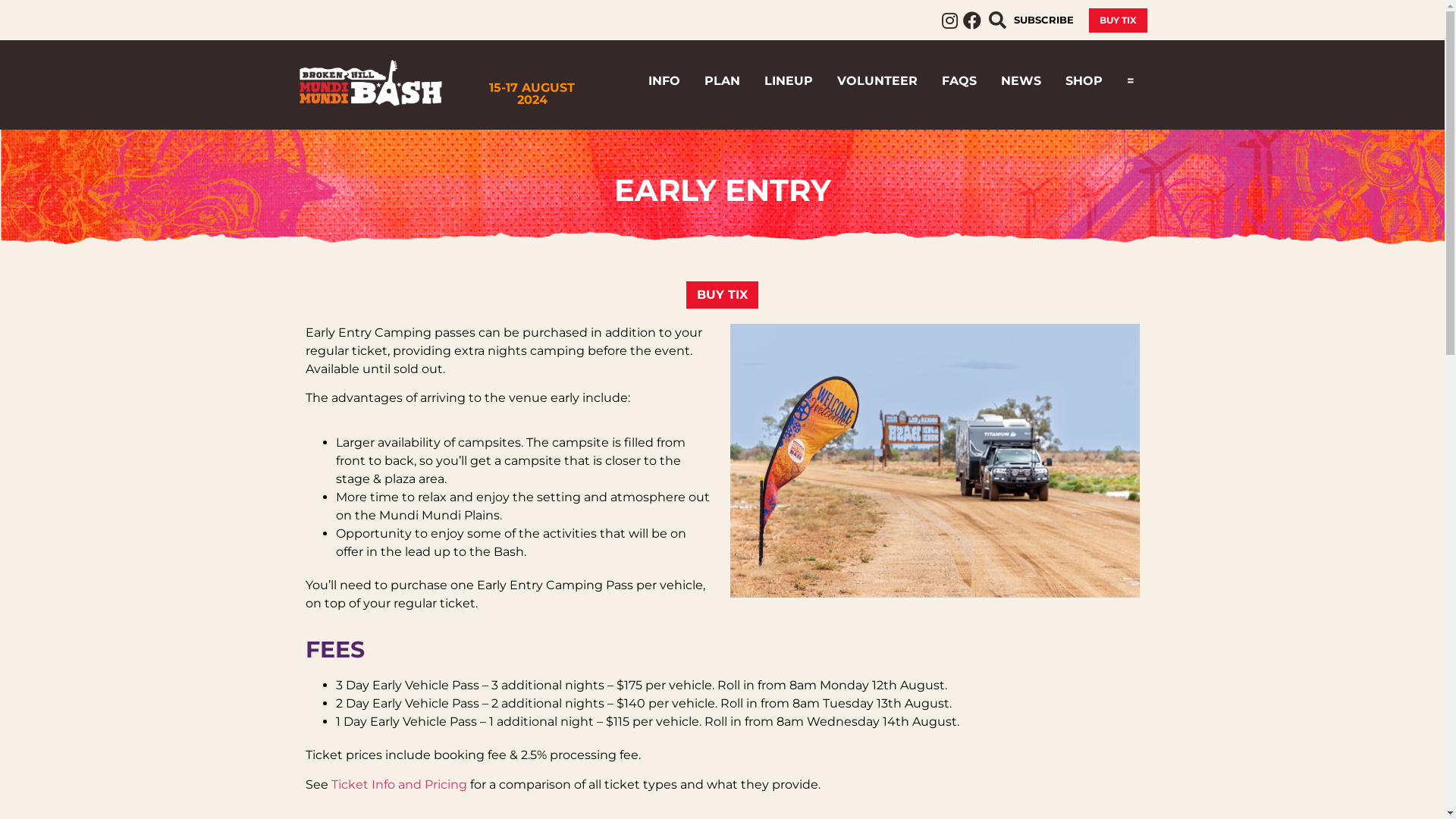  I want to click on 'INFO', so click(664, 81).